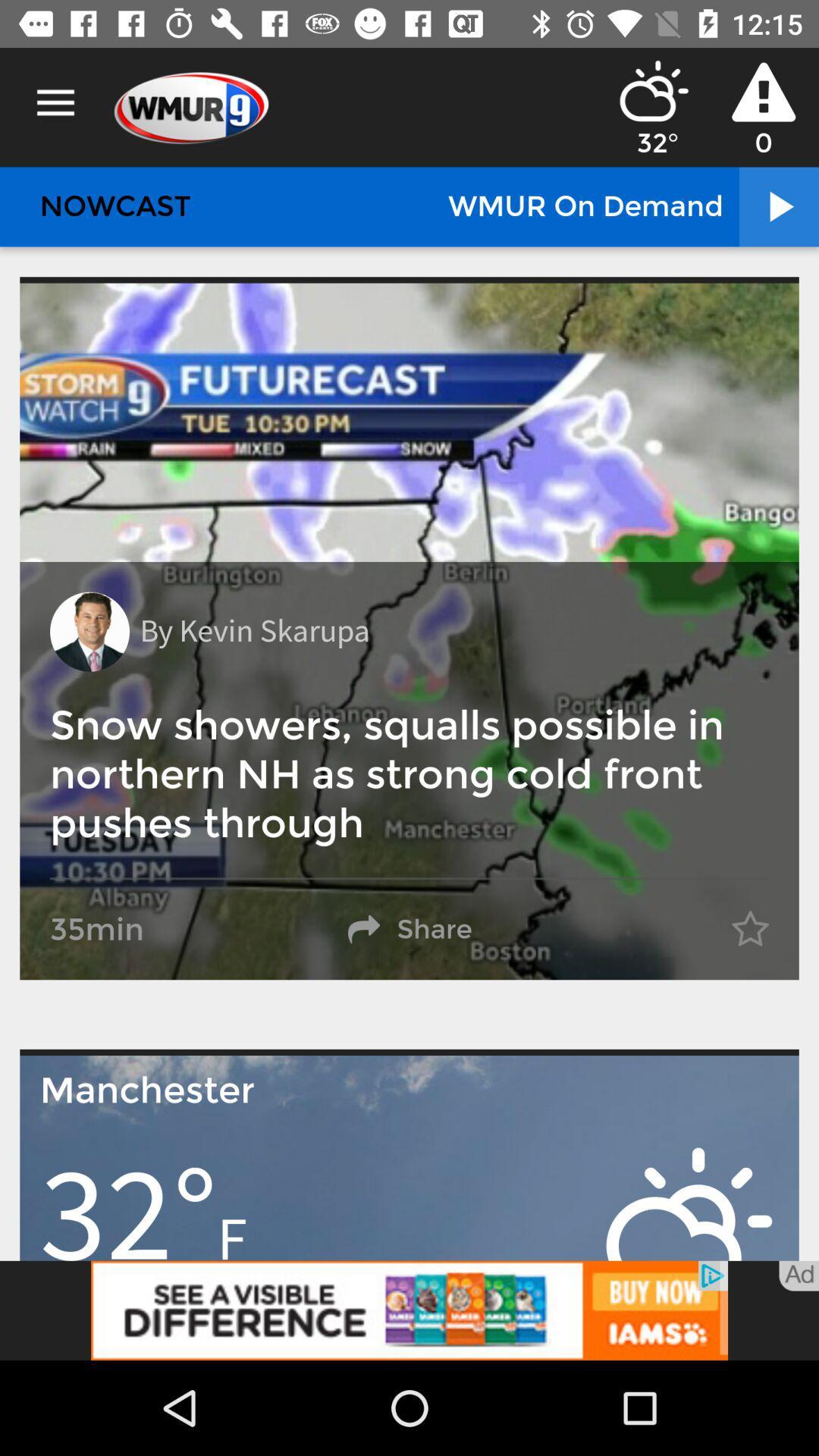 This screenshot has height=1456, width=819. Describe the element at coordinates (409, 1310) in the screenshot. I see `advertisement` at that location.